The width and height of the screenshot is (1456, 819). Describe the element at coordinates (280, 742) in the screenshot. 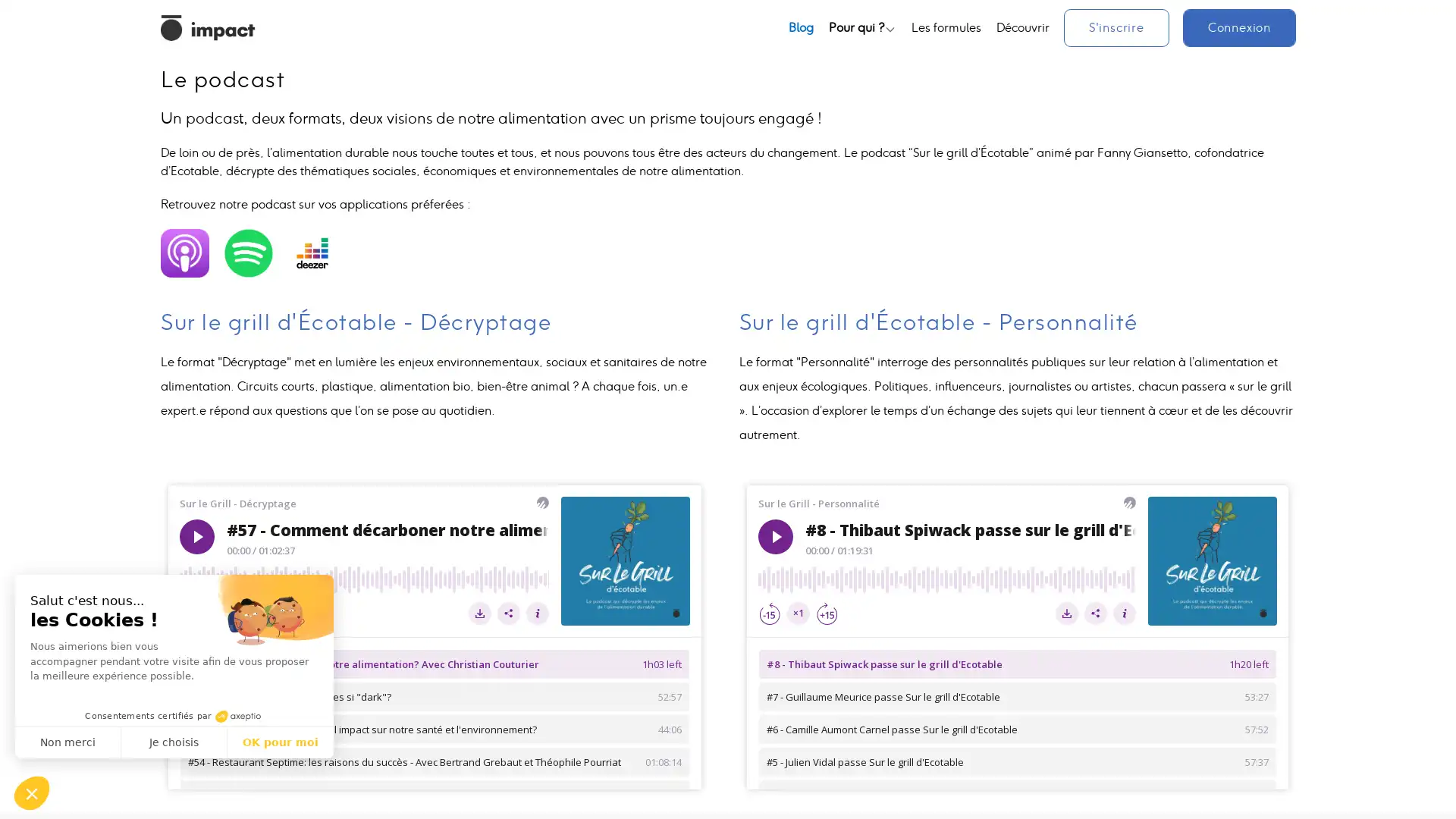

I see `OK pour moi` at that location.